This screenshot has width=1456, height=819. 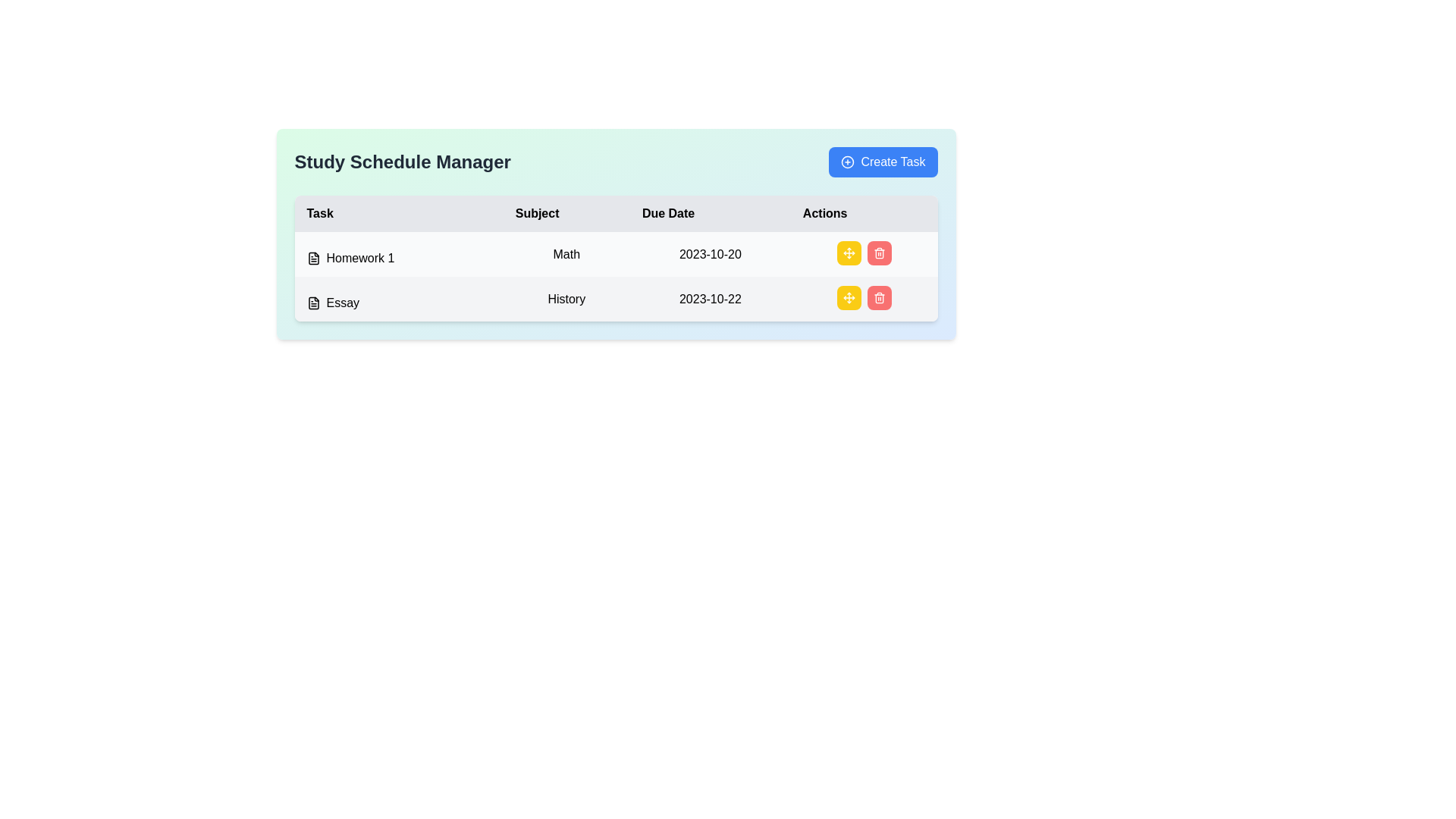 I want to click on the first row of the data table that displays task details for contextual interaction, so click(x=616, y=253).